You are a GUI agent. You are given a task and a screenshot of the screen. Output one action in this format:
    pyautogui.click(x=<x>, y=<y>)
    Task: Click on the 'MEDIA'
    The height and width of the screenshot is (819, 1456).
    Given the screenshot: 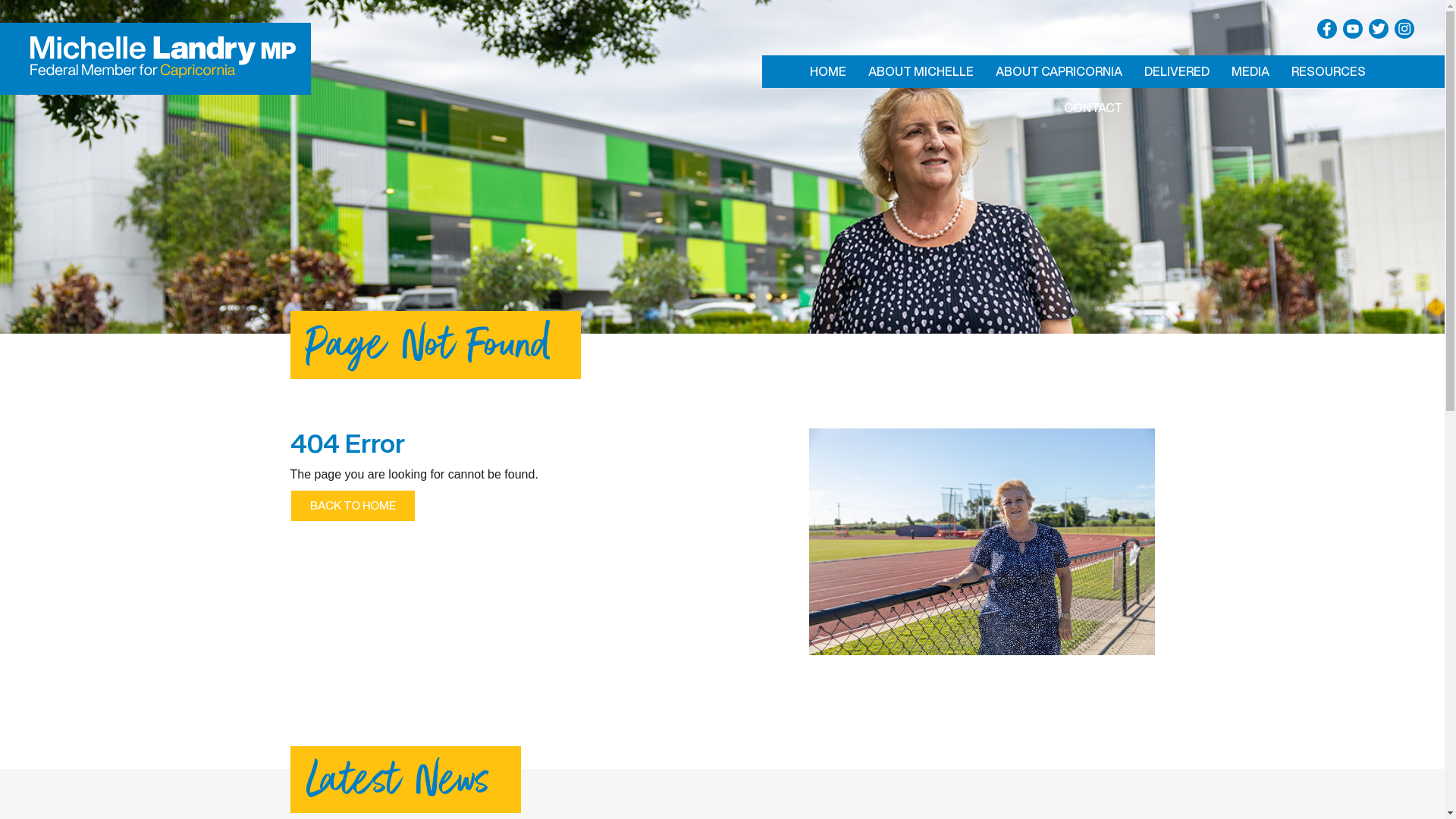 What is the action you would take?
    pyautogui.click(x=1249, y=71)
    